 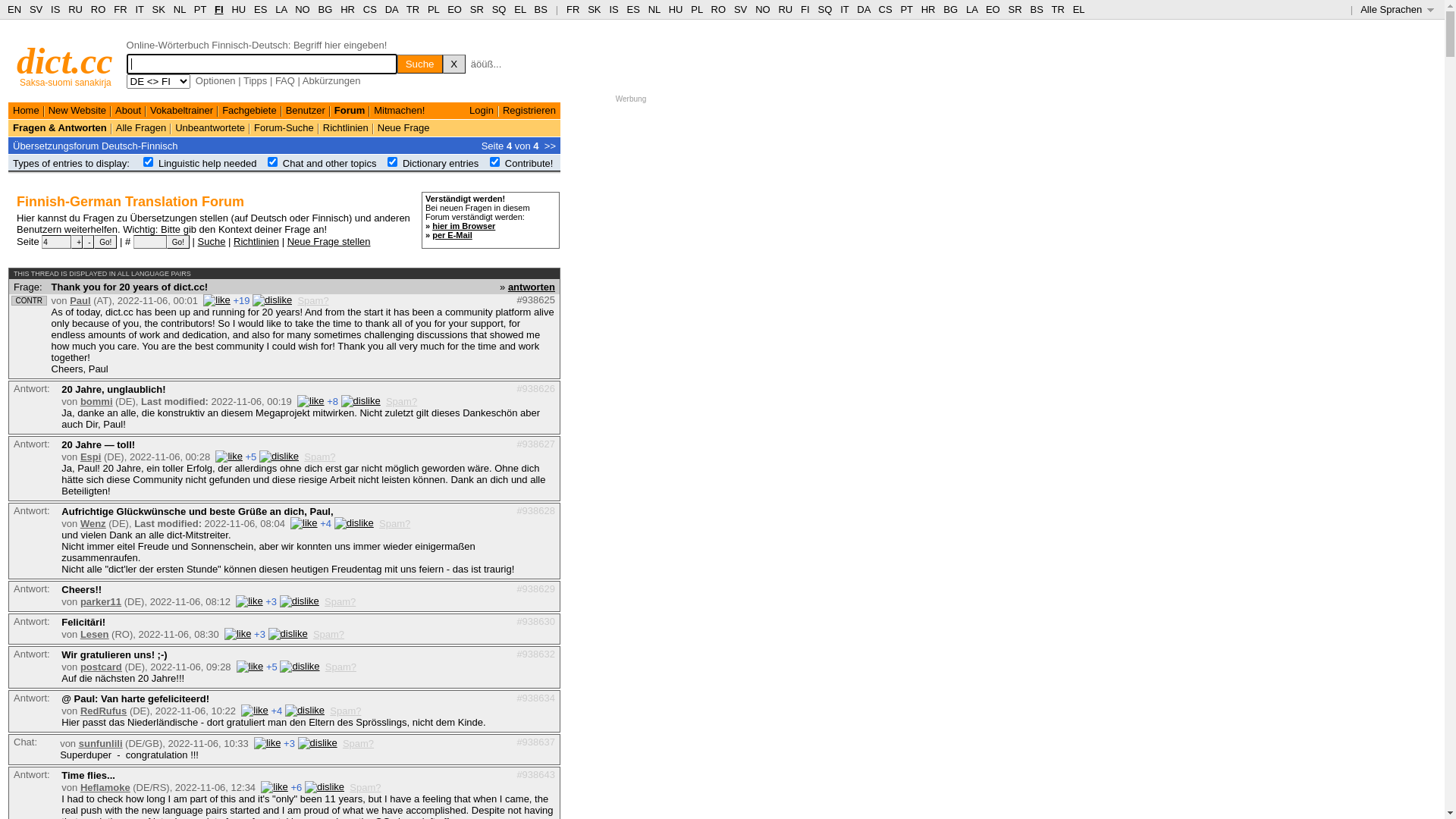 I want to click on 'NL', so click(x=654, y=9).